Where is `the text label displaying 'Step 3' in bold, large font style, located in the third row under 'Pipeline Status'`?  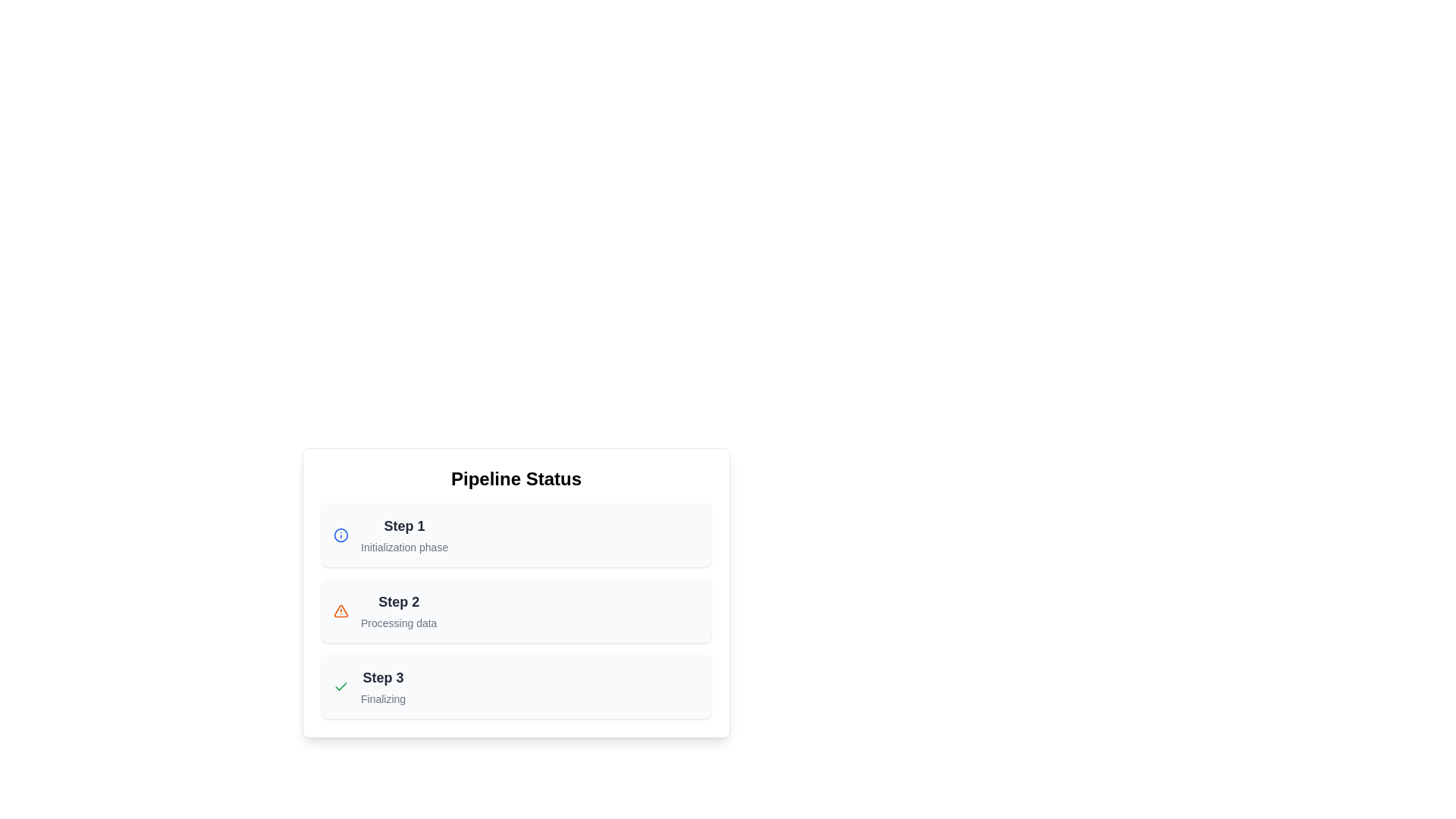
the text label displaying 'Step 3' in bold, large font style, located in the third row under 'Pipeline Status' is located at coordinates (383, 677).